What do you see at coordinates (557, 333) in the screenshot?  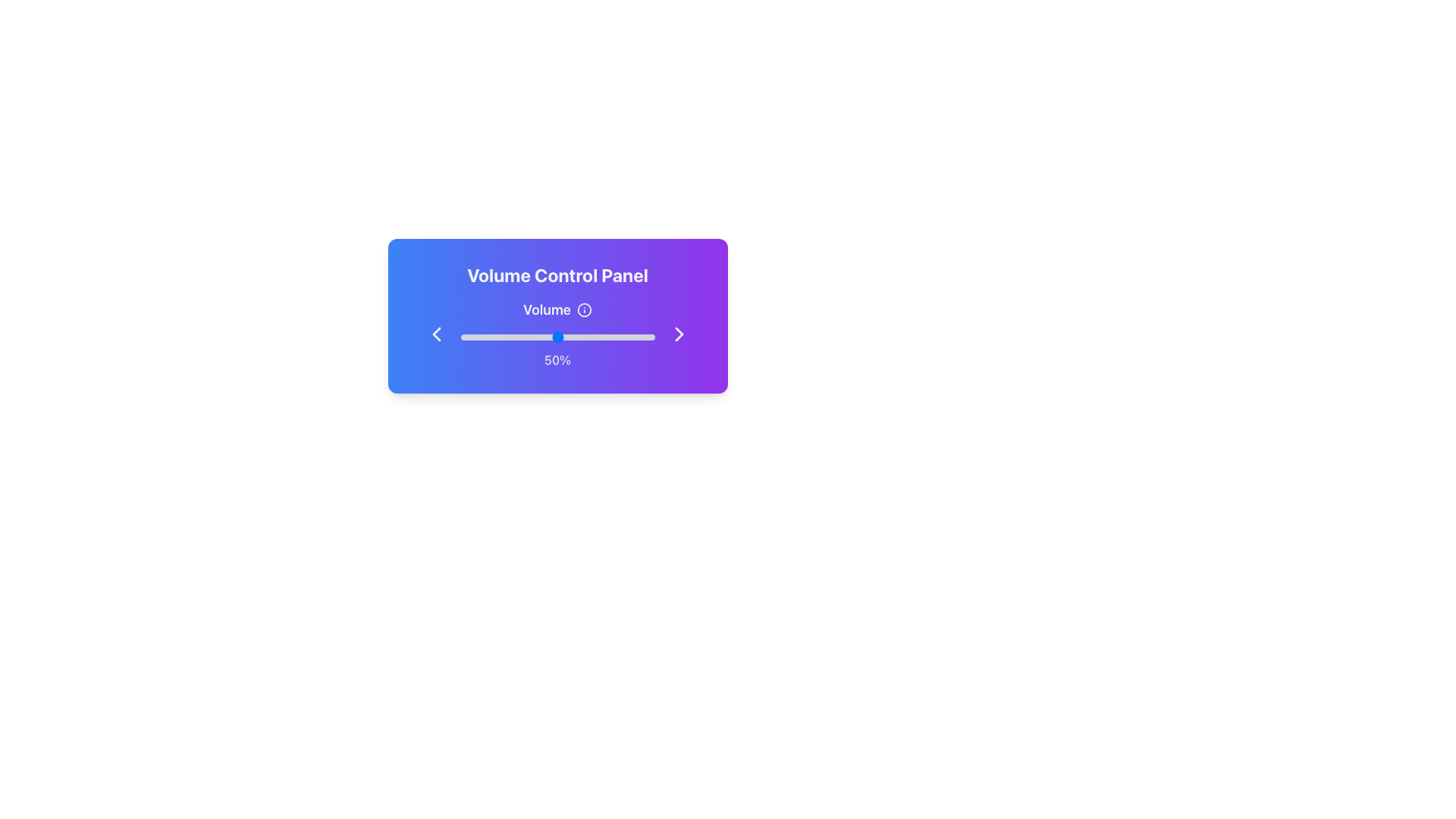 I see `the interactive volume slider located in the Volume Control Panel, which is centered between the text 'Volume' and the percentage indicator '50%'` at bounding box center [557, 333].